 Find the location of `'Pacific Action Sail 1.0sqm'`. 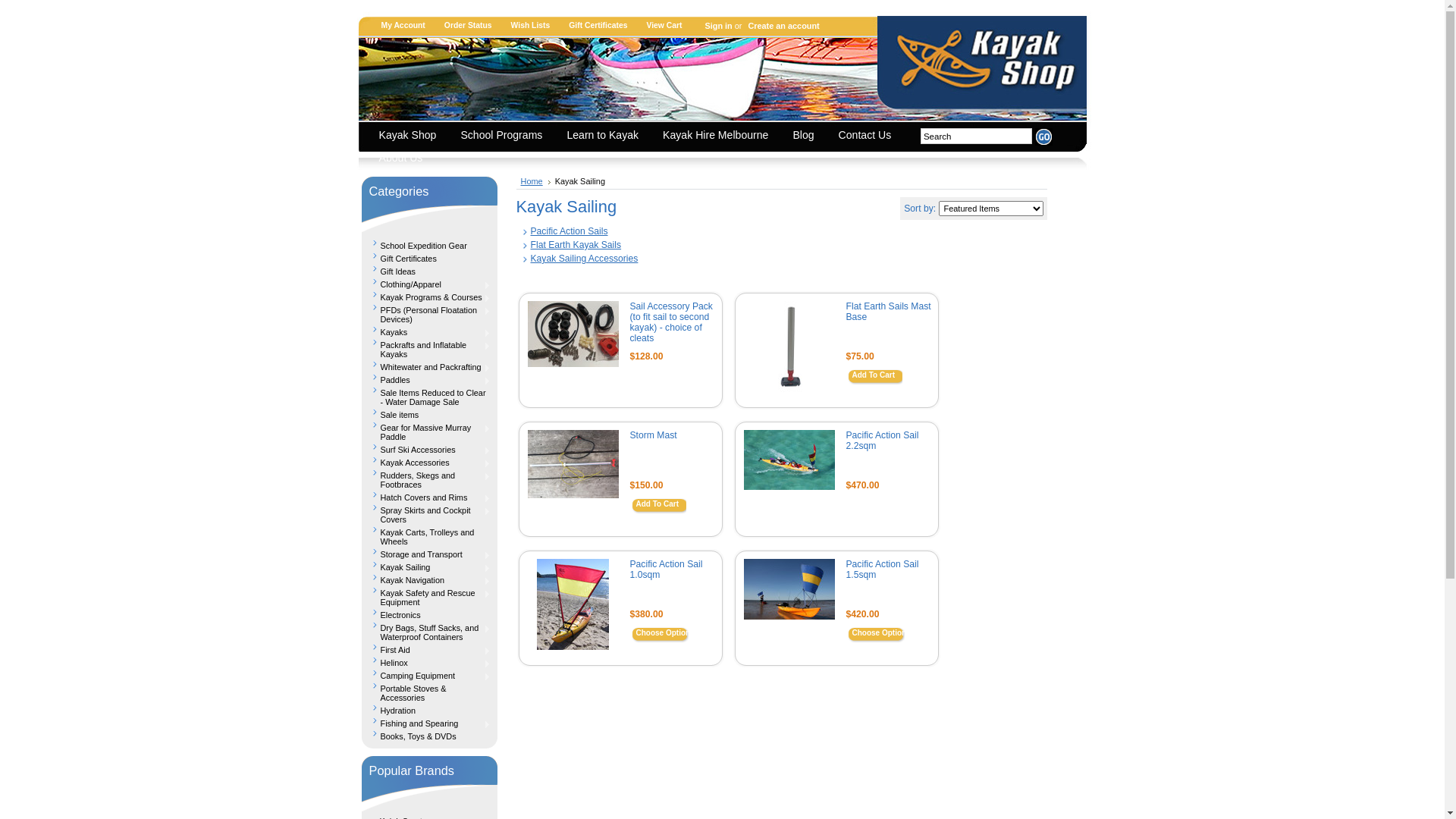

'Pacific Action Sail 1.0sqm' is located at coordinates (666, 570).